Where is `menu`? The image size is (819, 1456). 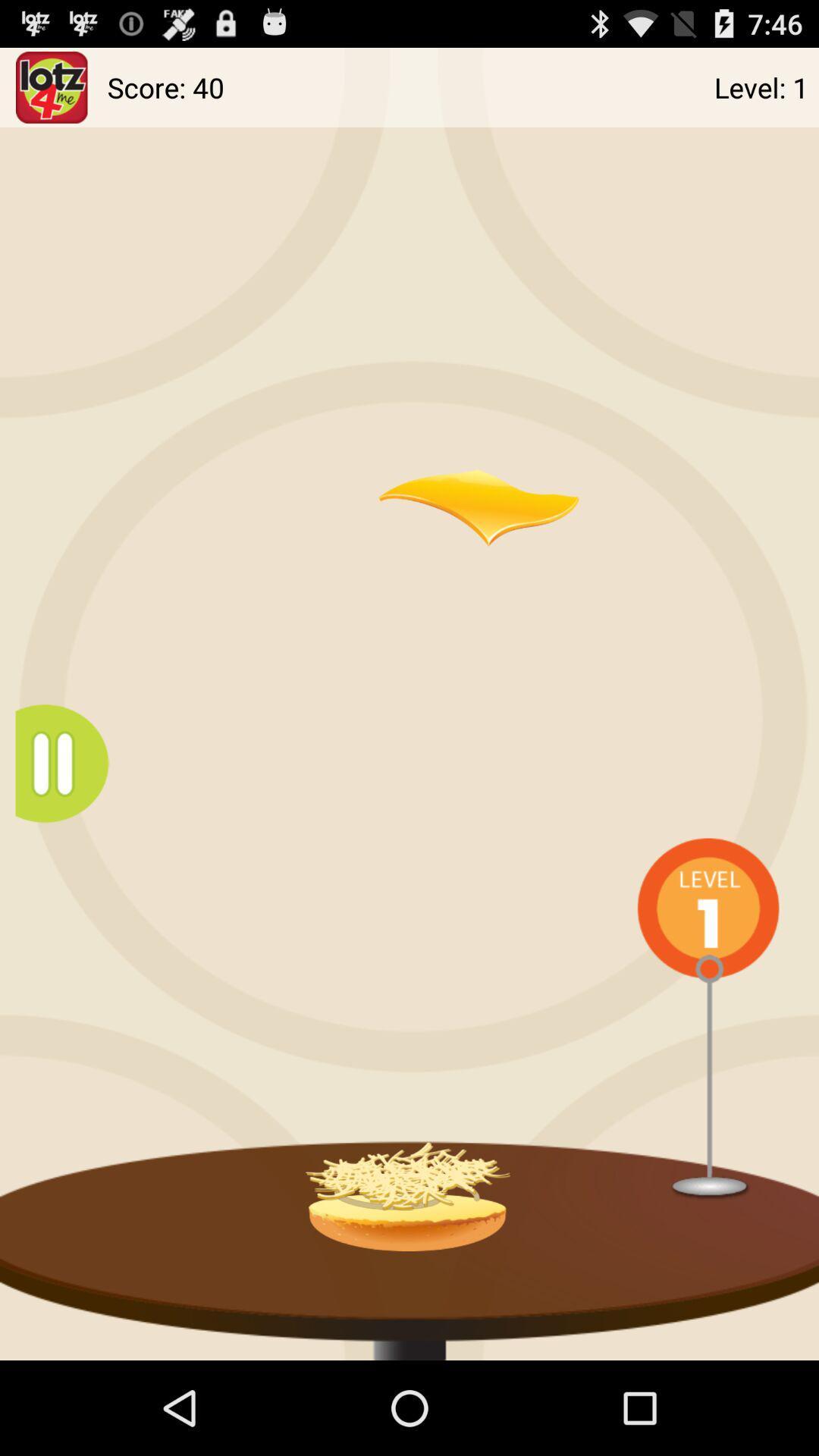
menu is located at coordinates (69, 764).